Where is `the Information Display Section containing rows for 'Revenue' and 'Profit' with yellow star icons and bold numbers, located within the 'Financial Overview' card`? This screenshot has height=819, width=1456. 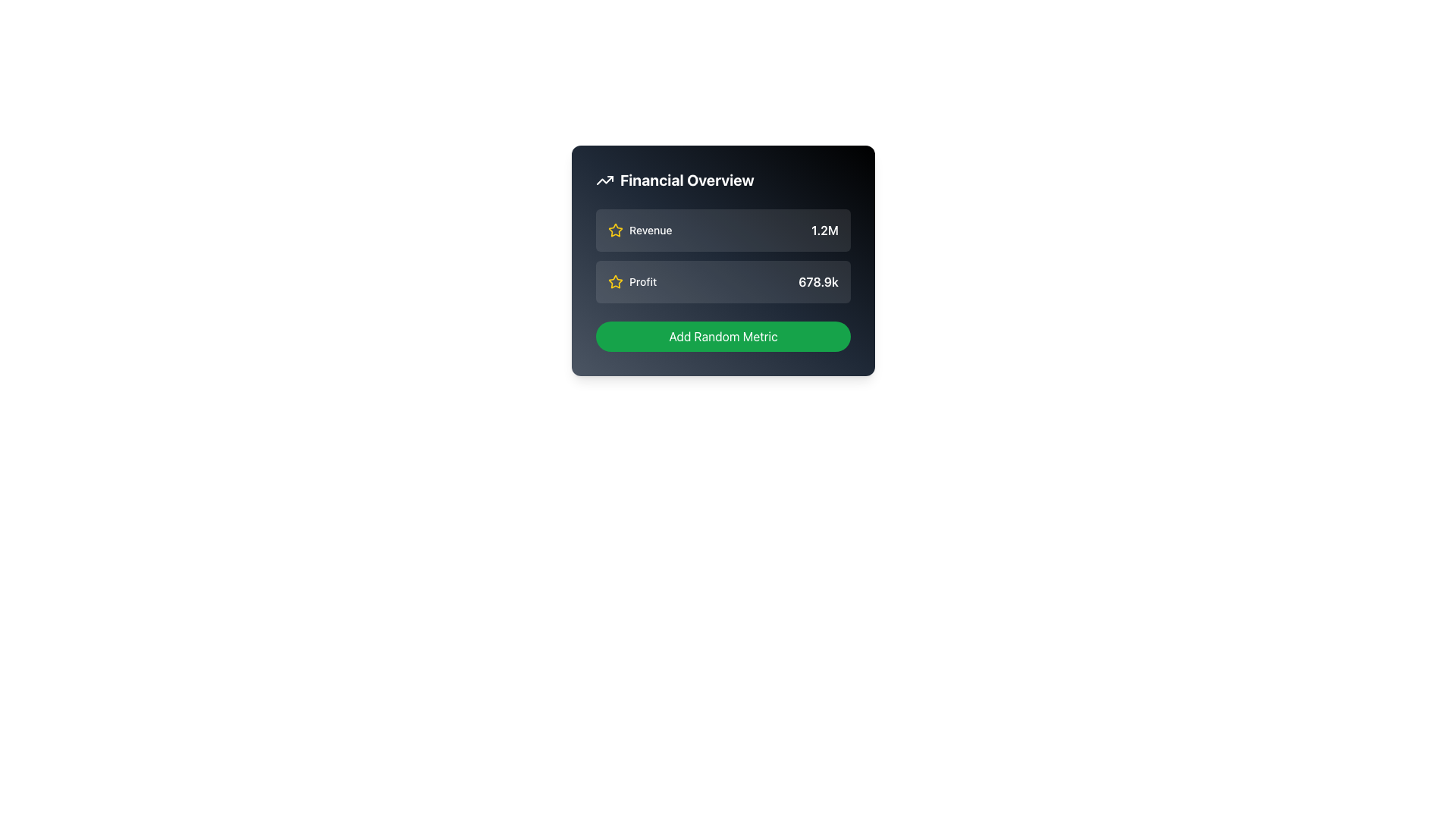
the Information Display Section containing rows for 'Revenue' and 'Profit' with yellow star icons and bold numbers, located within the 'Financial Overview' card is located at coordinates (723, 256).